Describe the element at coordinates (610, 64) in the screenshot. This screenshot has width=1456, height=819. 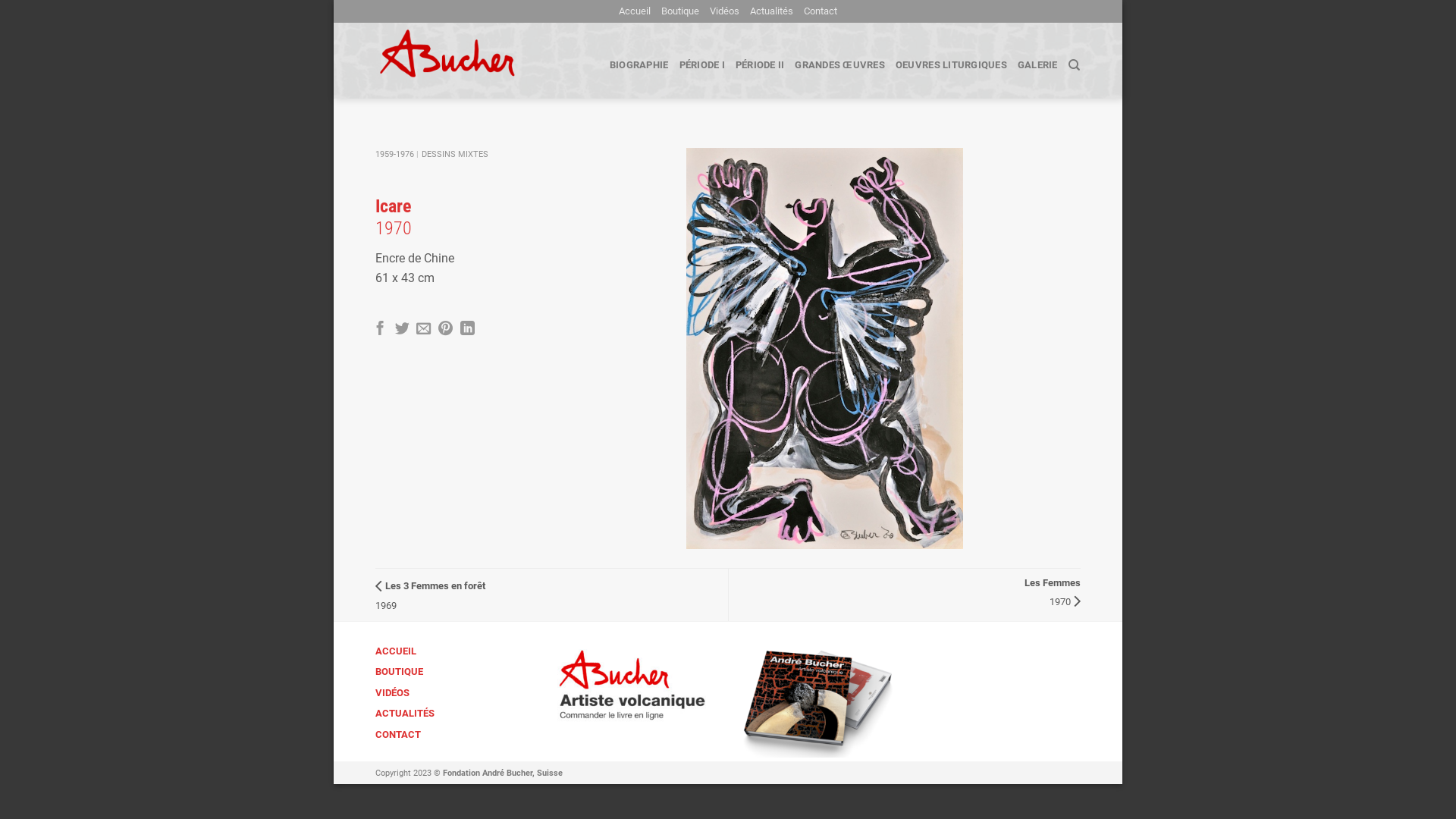
I see `'BIOGRAPHIE'` at that location.